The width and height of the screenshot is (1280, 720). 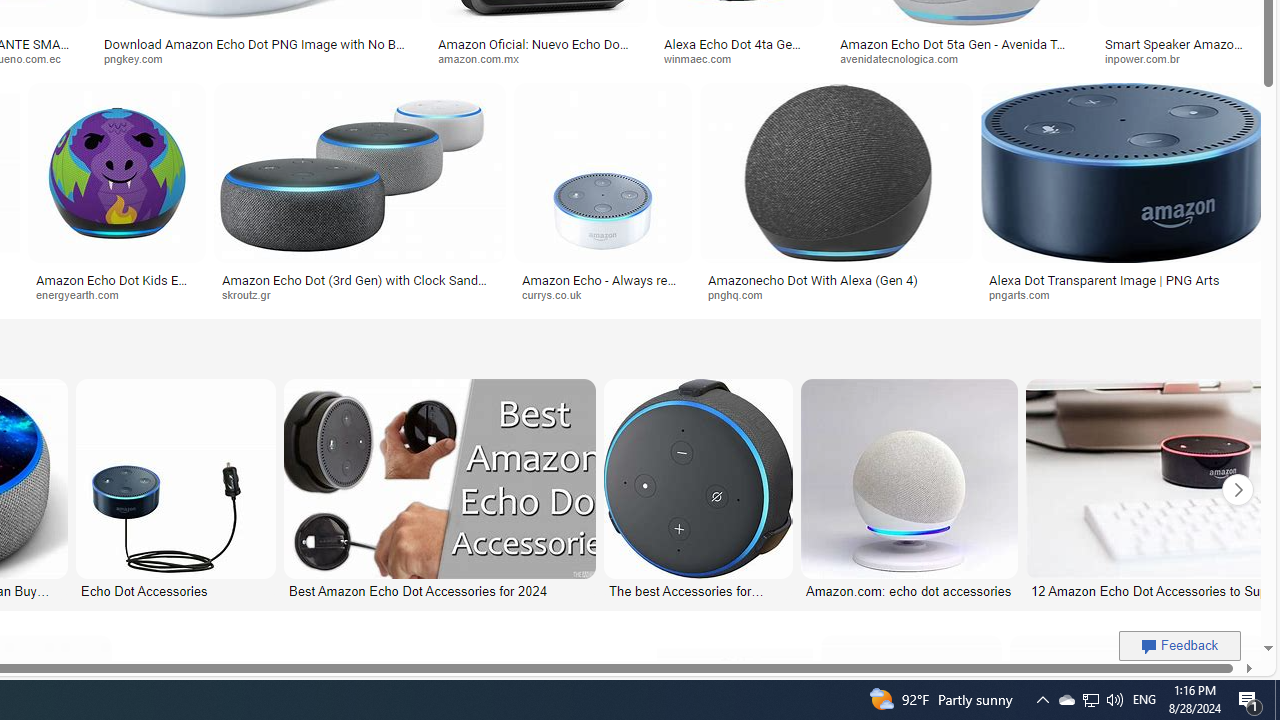 I want to click on 'amazon.com.mx', so click(x=485, y=57).